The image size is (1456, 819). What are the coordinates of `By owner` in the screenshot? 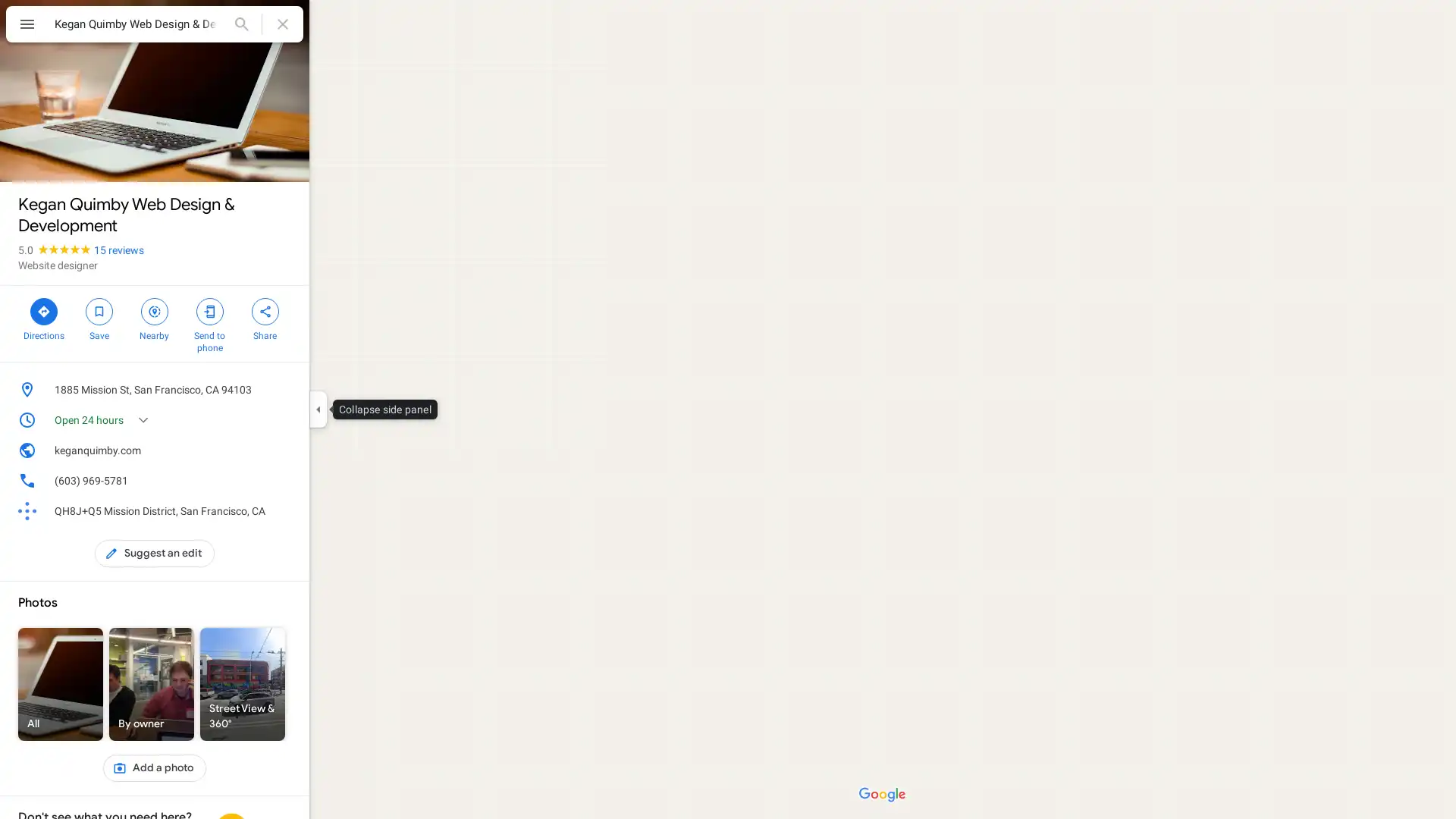 It's located at (152, 684).